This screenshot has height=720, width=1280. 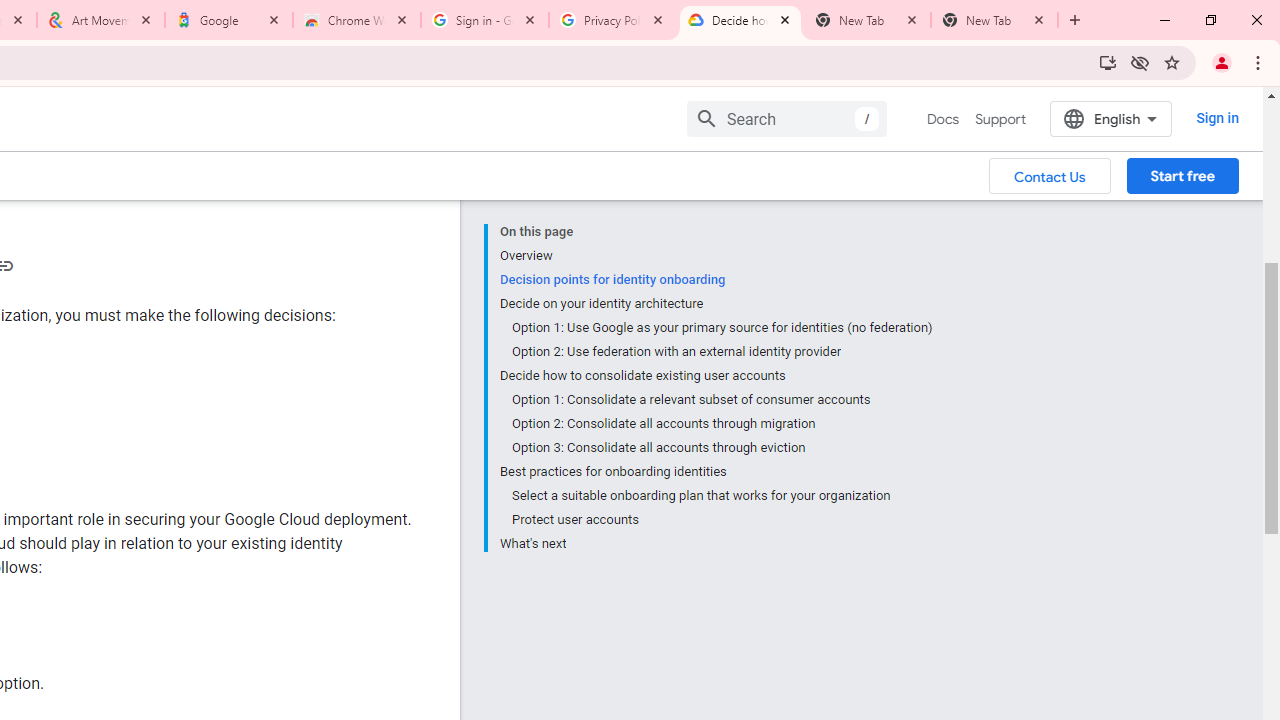 I want to click on 'Start free', so click(x=1182, y=174).